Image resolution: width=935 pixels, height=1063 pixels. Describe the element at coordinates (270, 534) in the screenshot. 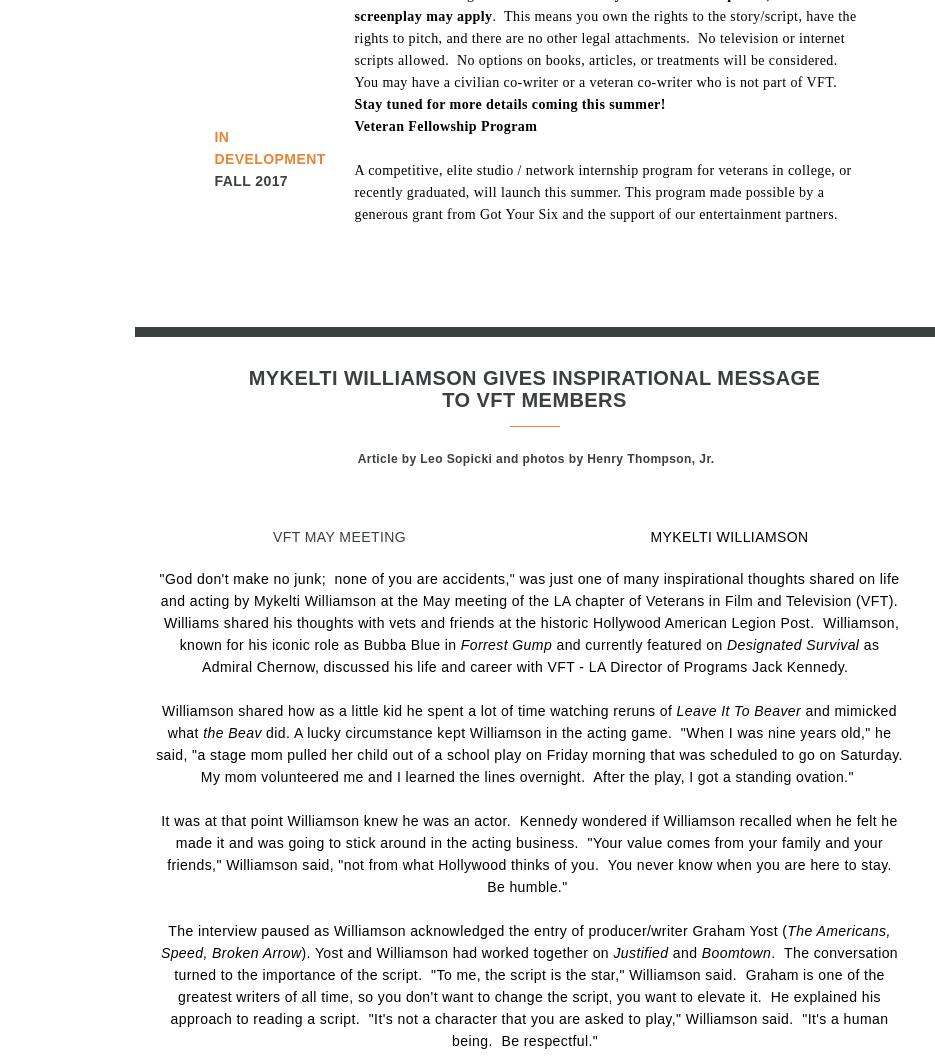

I see `'VFT MAY MEETING'` at that location.